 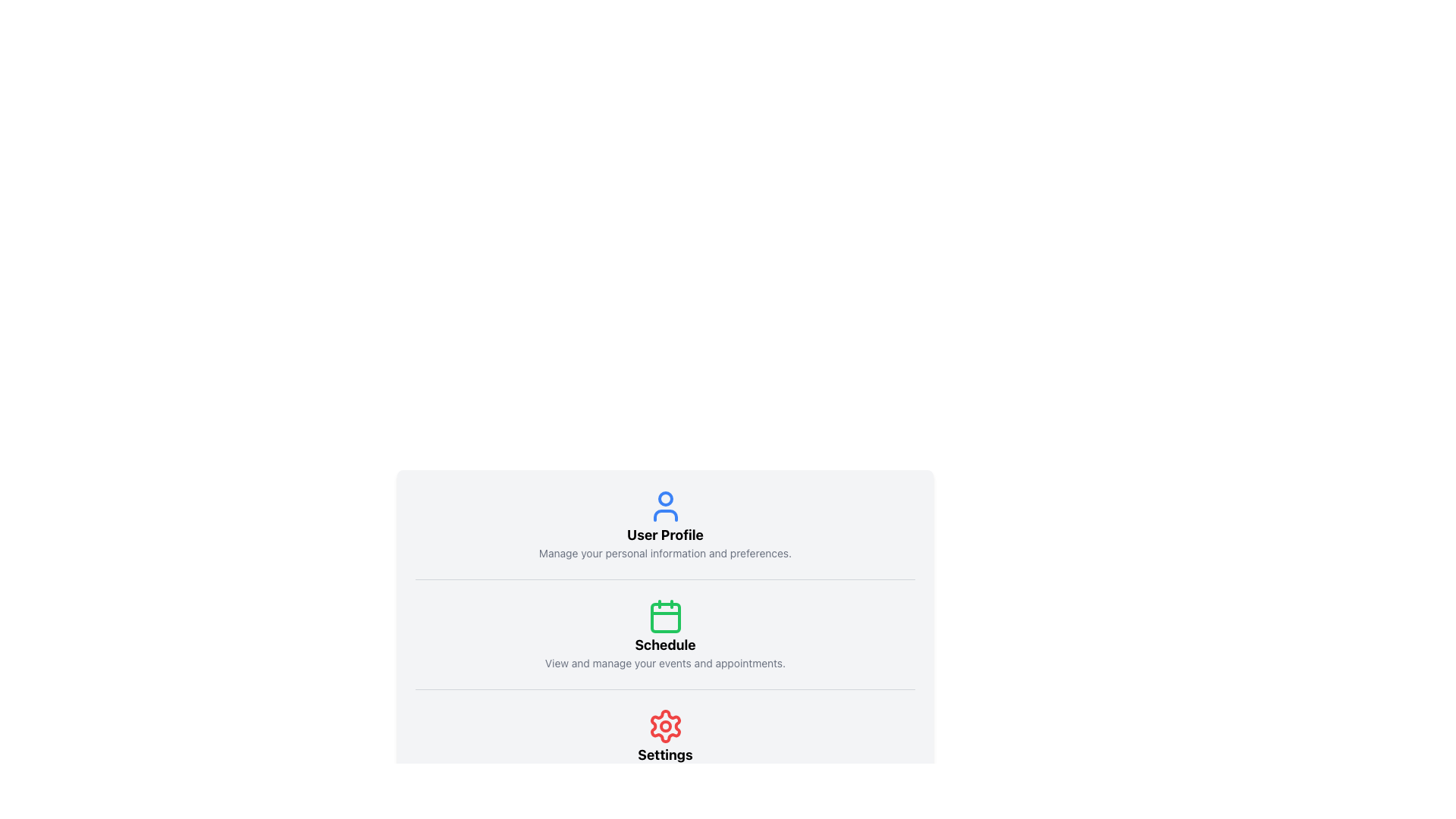 What do you see at coordinates (665, 663) in the screenshot?
I see `the static text label that describes the 'Schedule' section, located under the calendar icon` at bounding box center [665, 663].